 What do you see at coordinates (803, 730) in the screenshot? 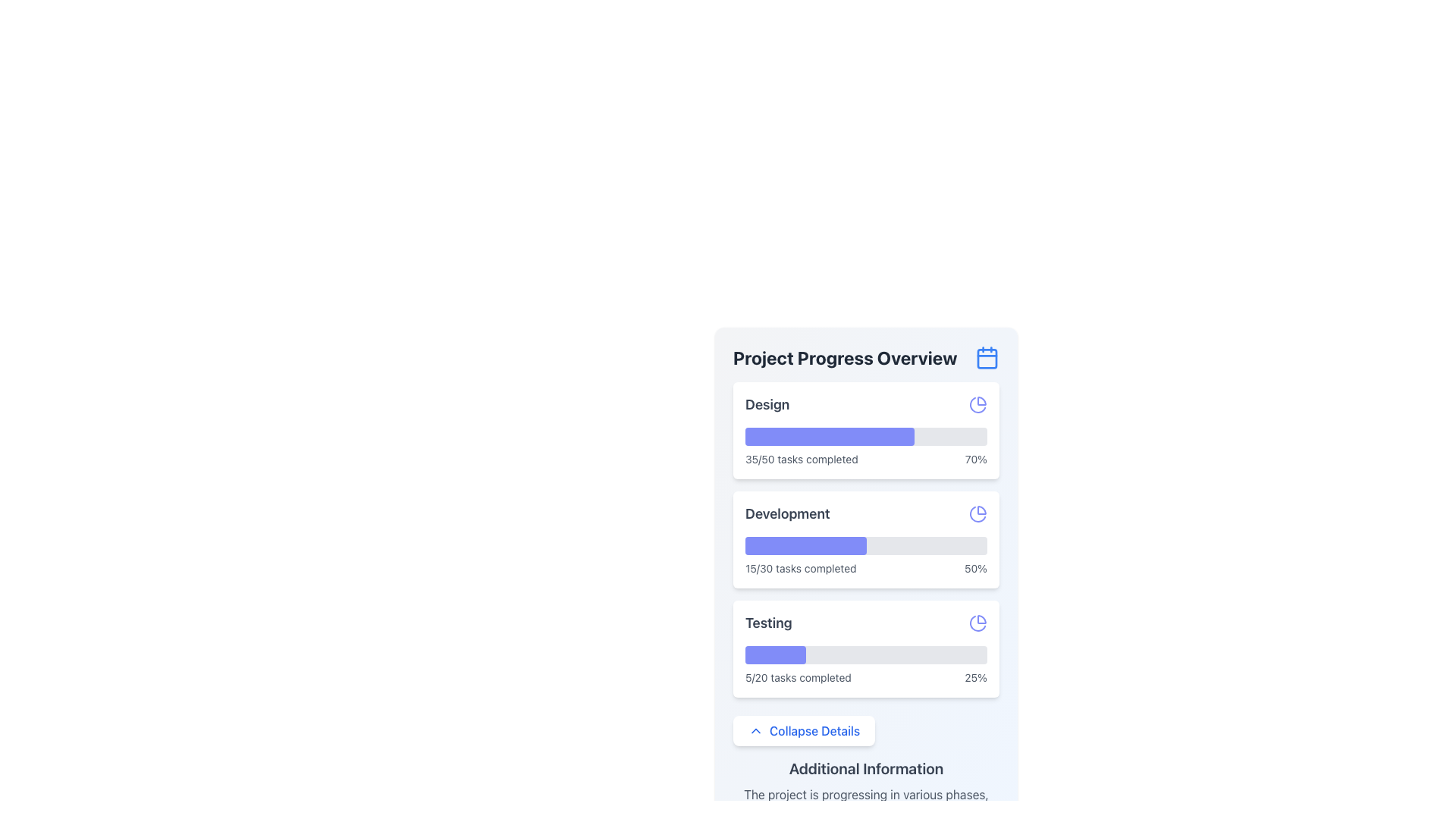
I see `the 'Collapse Details' button located at the bottom of the 'Project Progress Overview' section, which has a white background and blue text with a chevron-up icon` at bounding box center [803, 730].